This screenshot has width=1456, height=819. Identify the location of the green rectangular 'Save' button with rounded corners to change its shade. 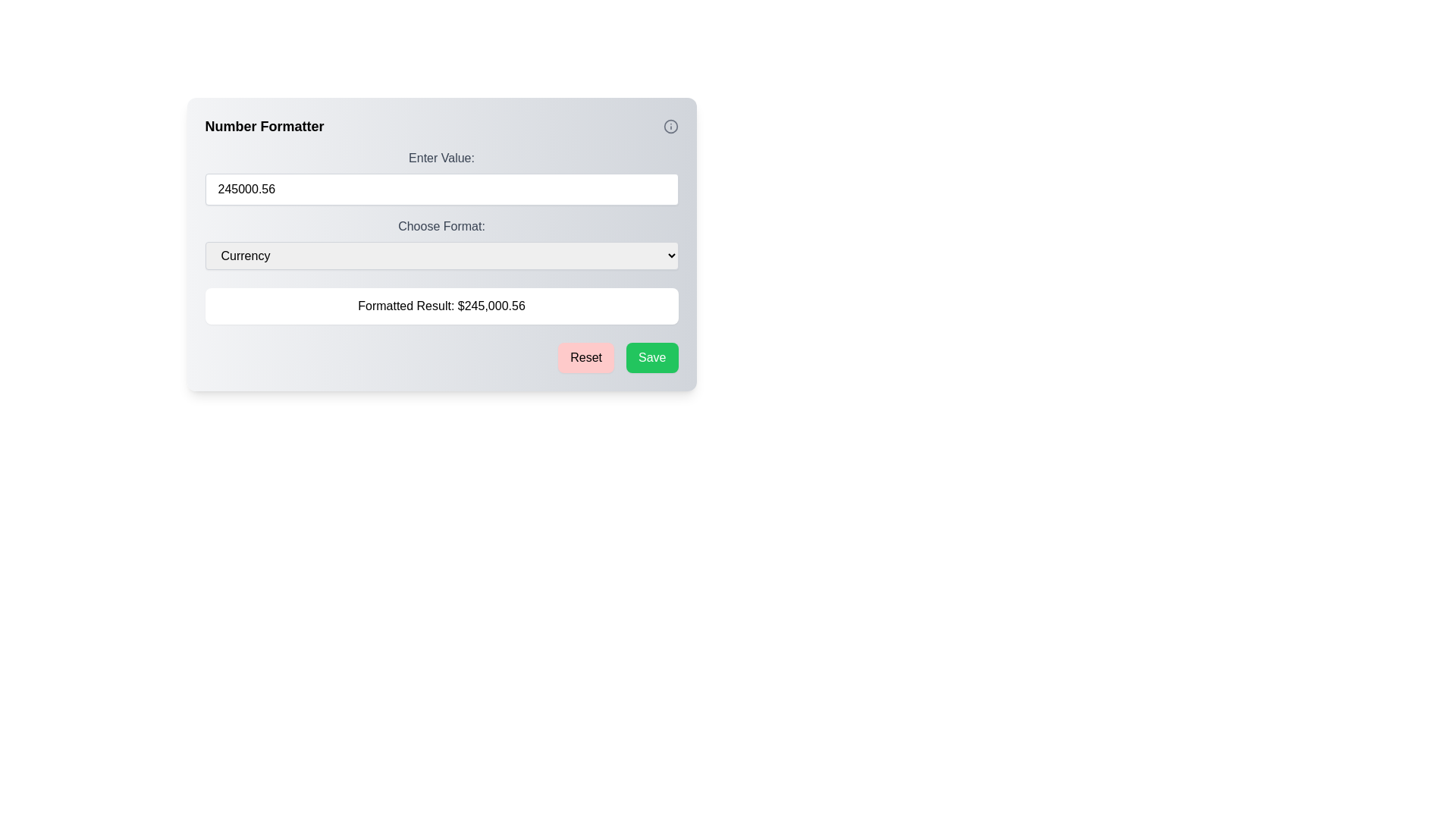
(652, 357).